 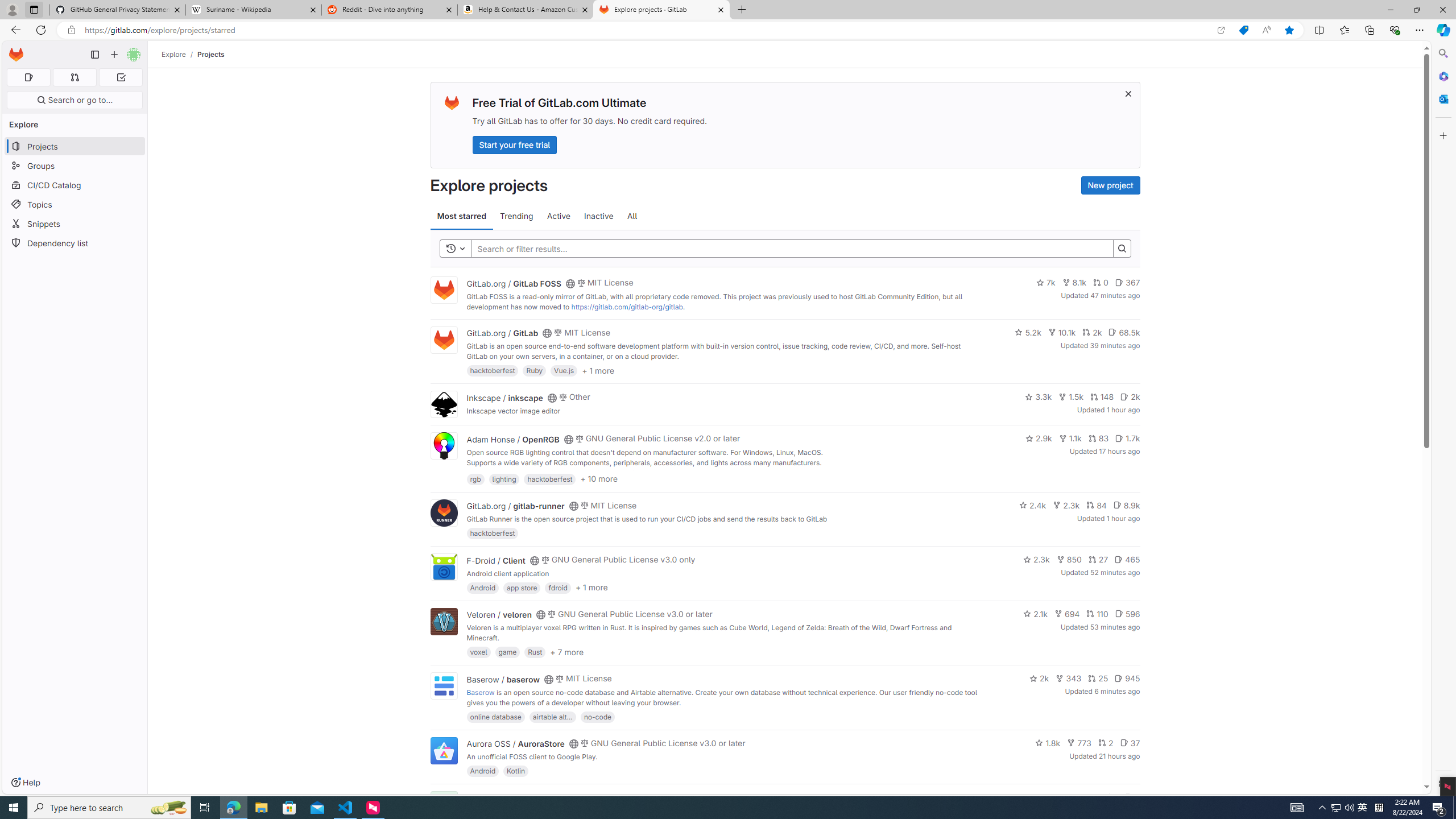 What do you see at coordinates (1027, 331) in the screenshot?
I see `'5.2k'` at bounding box center [1027, 331].